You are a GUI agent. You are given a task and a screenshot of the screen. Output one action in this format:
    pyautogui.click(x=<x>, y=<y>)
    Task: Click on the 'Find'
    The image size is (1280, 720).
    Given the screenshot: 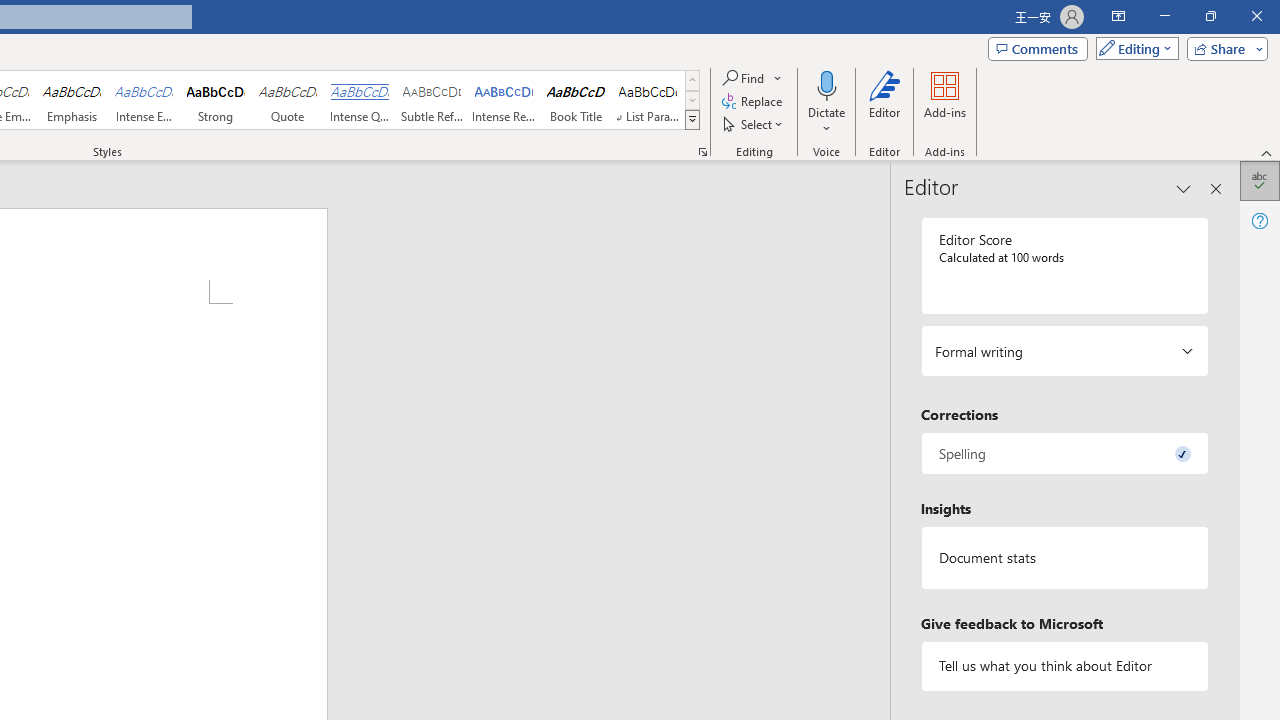 What is the action you would take?
    pyautogui.click(x=752, y=77)
    